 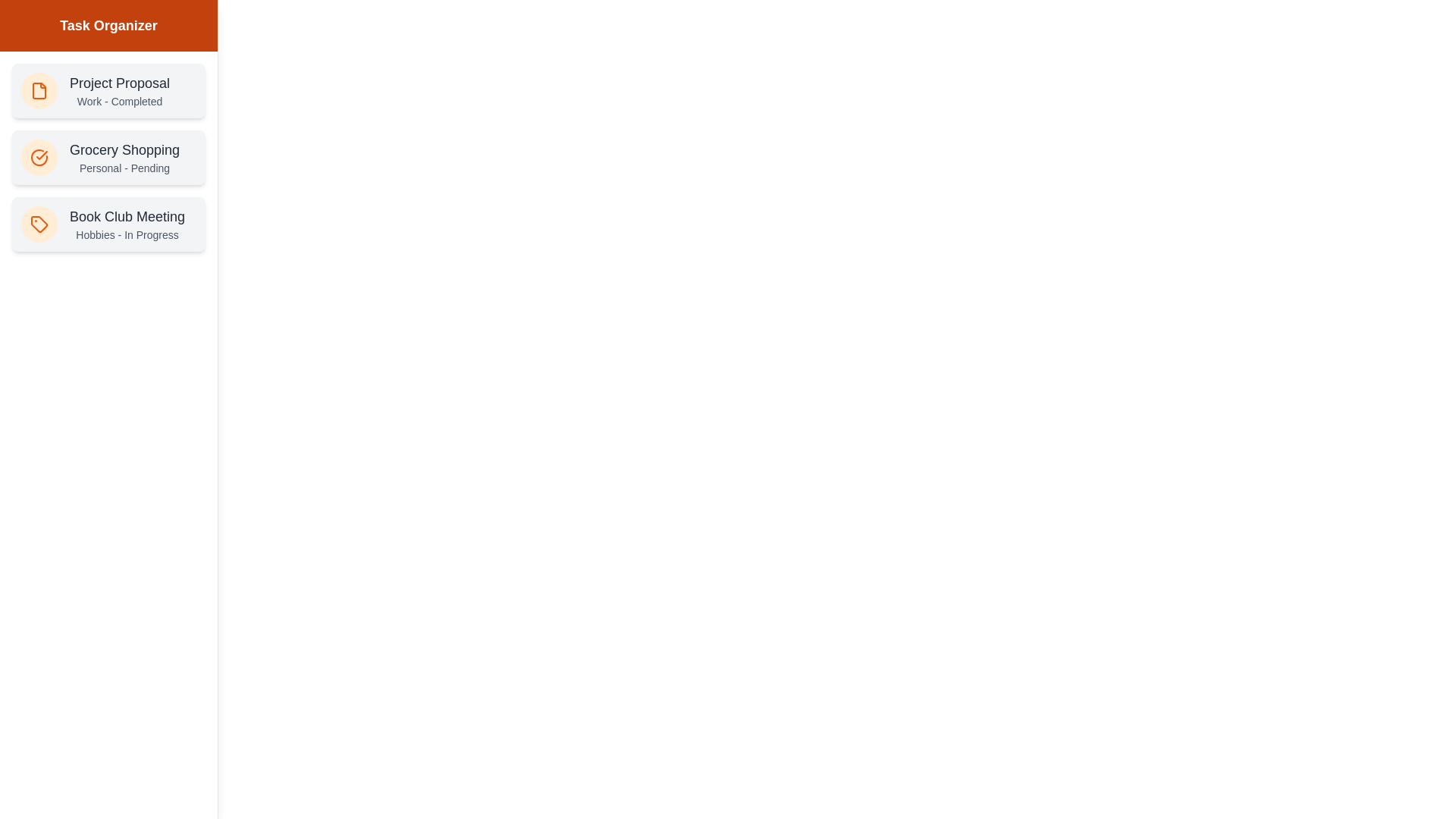 What do you see at coordinates (108, 90) in the screenshot?
I see `the task item Project Proposal from the list` at bounding box center [108, 90].